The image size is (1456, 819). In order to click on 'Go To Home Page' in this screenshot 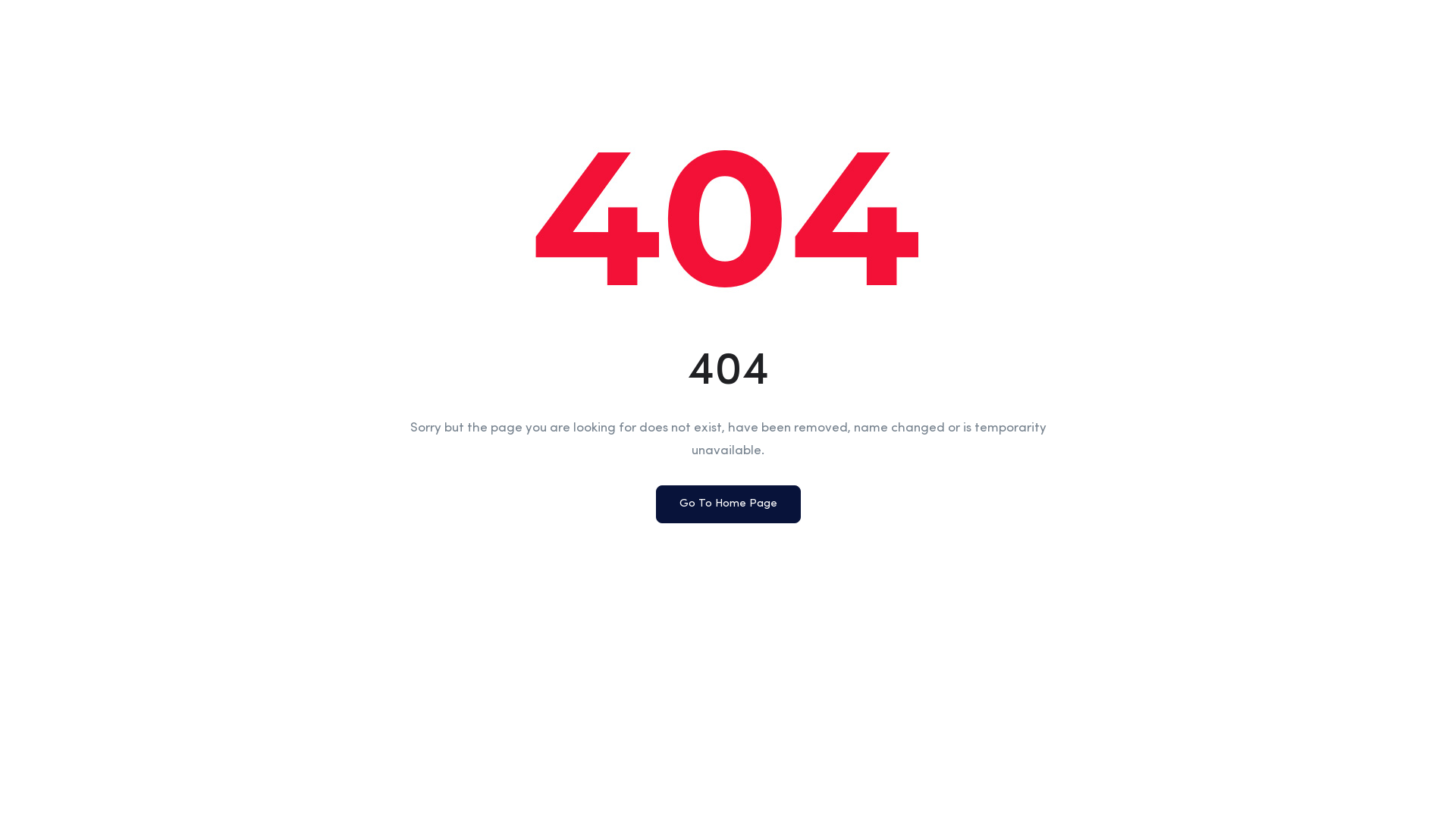, I will do `click(726, 504)`.